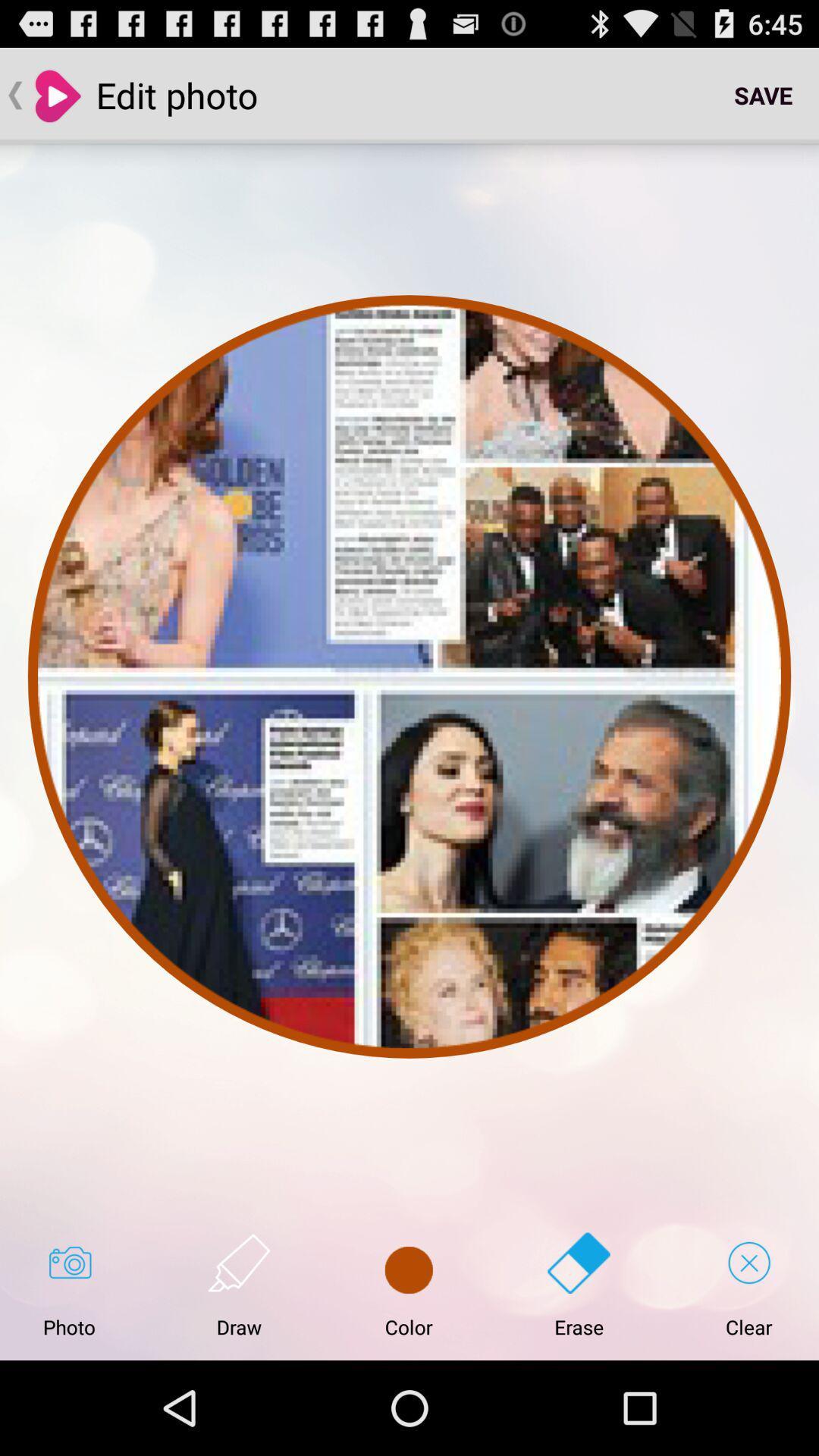  What do you see at coordinates (579, 1285) in the screenshot?
I see `the erase` at bounding box center [579, 1285].